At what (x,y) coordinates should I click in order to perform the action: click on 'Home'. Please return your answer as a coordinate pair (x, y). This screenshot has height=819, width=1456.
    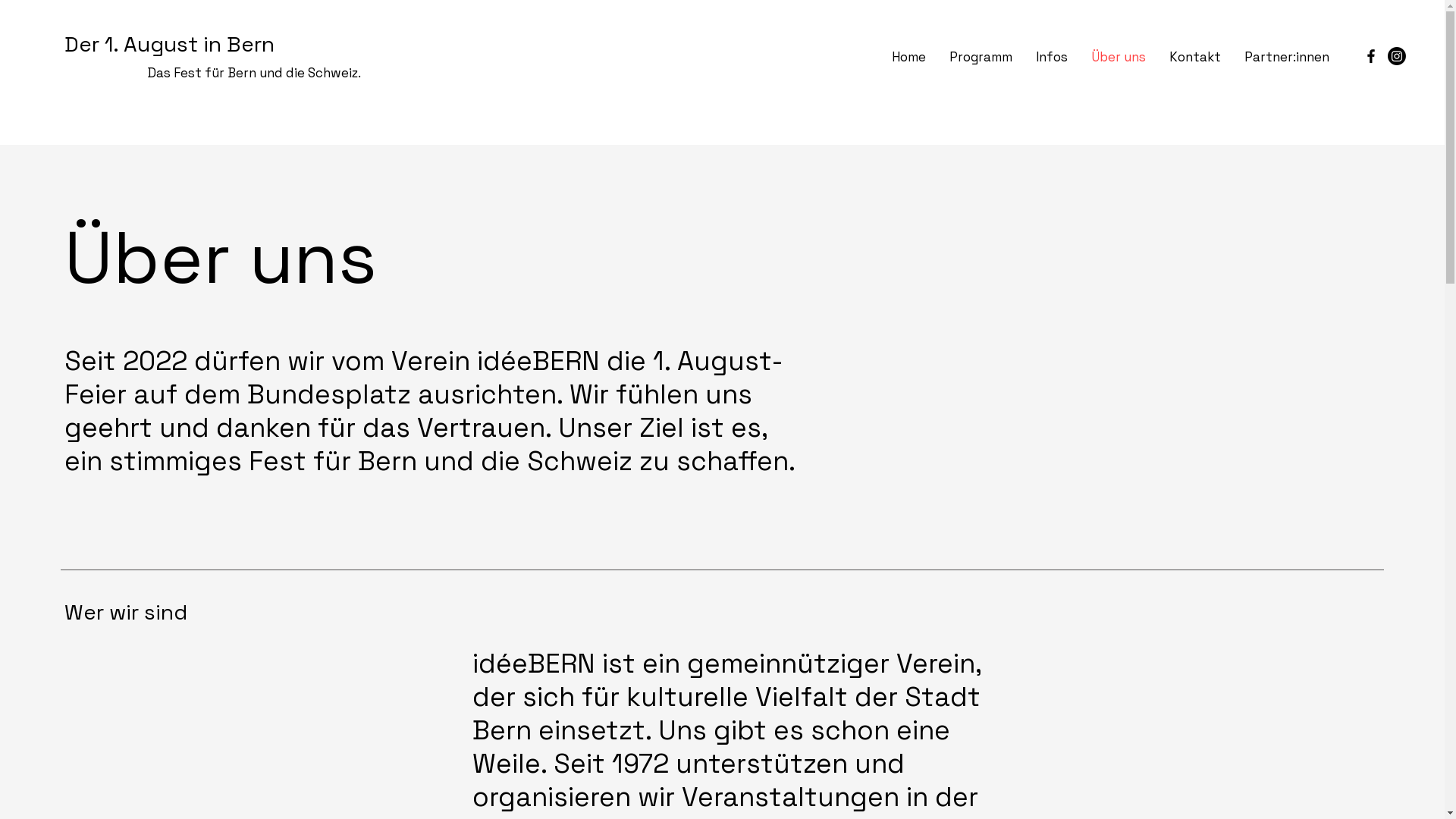
    Looking at the image, I should click on (908, 55).